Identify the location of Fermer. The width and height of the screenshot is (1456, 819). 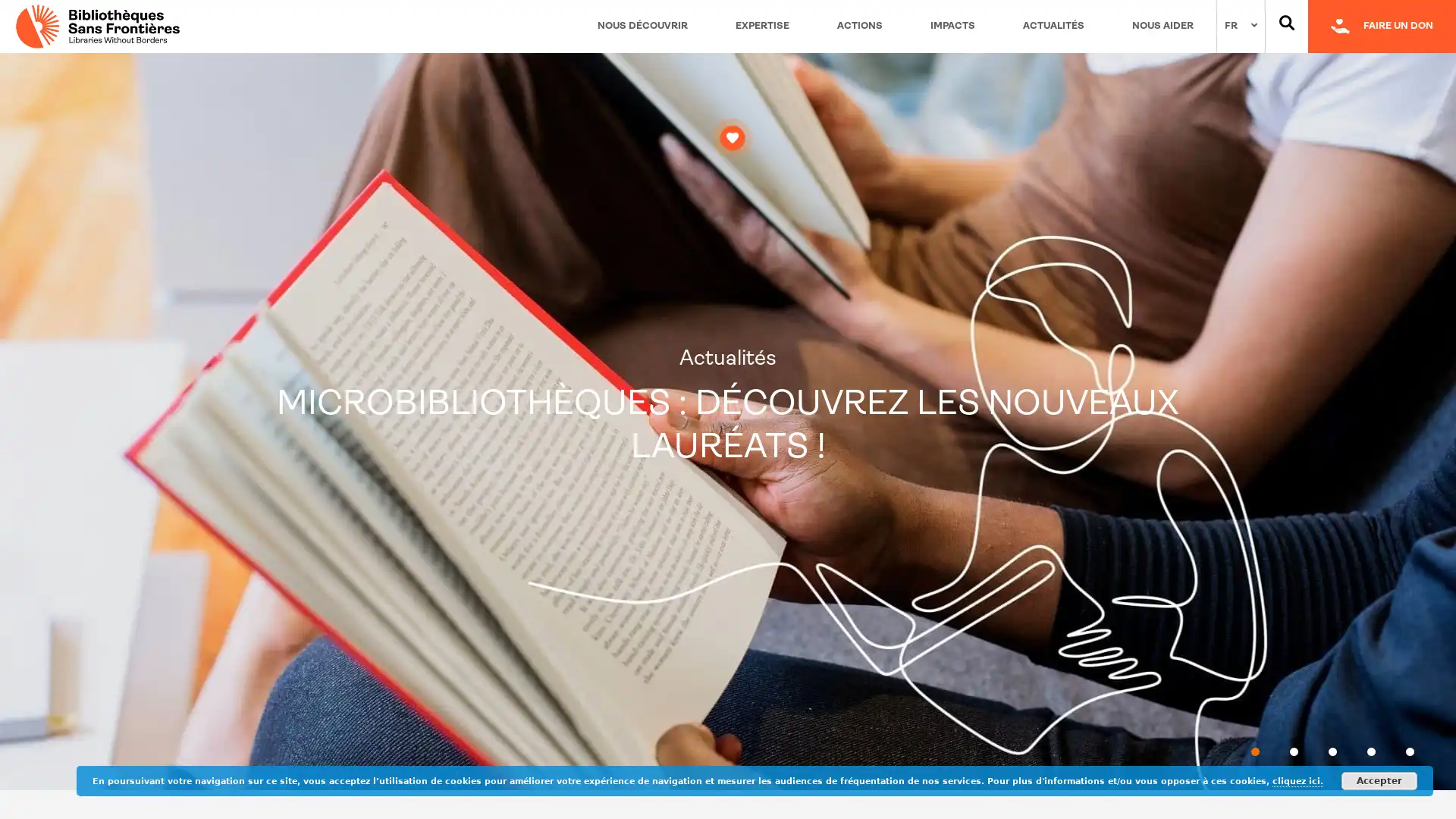
(880, 265).